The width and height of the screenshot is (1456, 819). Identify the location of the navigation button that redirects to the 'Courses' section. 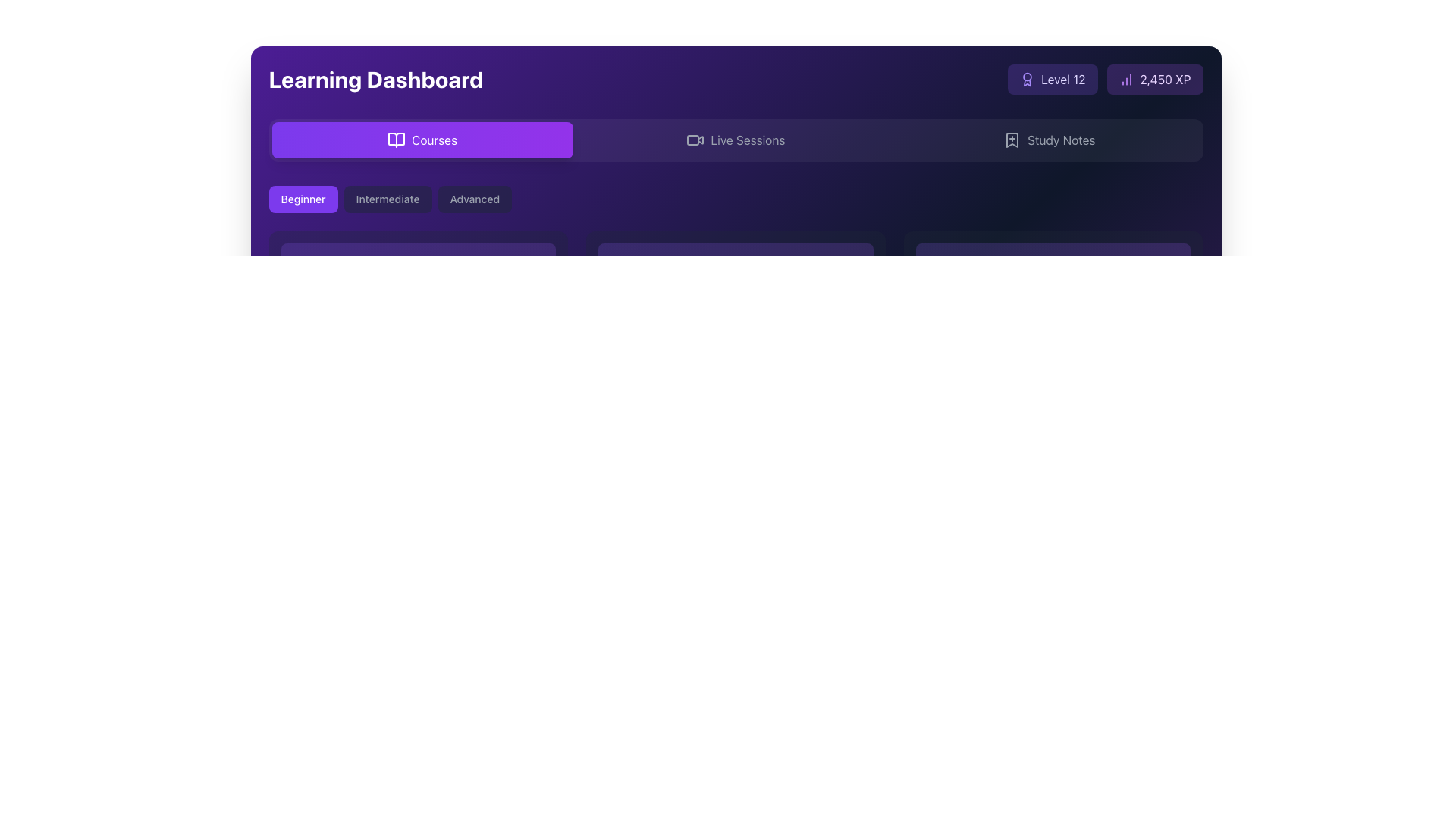
(422, 140).